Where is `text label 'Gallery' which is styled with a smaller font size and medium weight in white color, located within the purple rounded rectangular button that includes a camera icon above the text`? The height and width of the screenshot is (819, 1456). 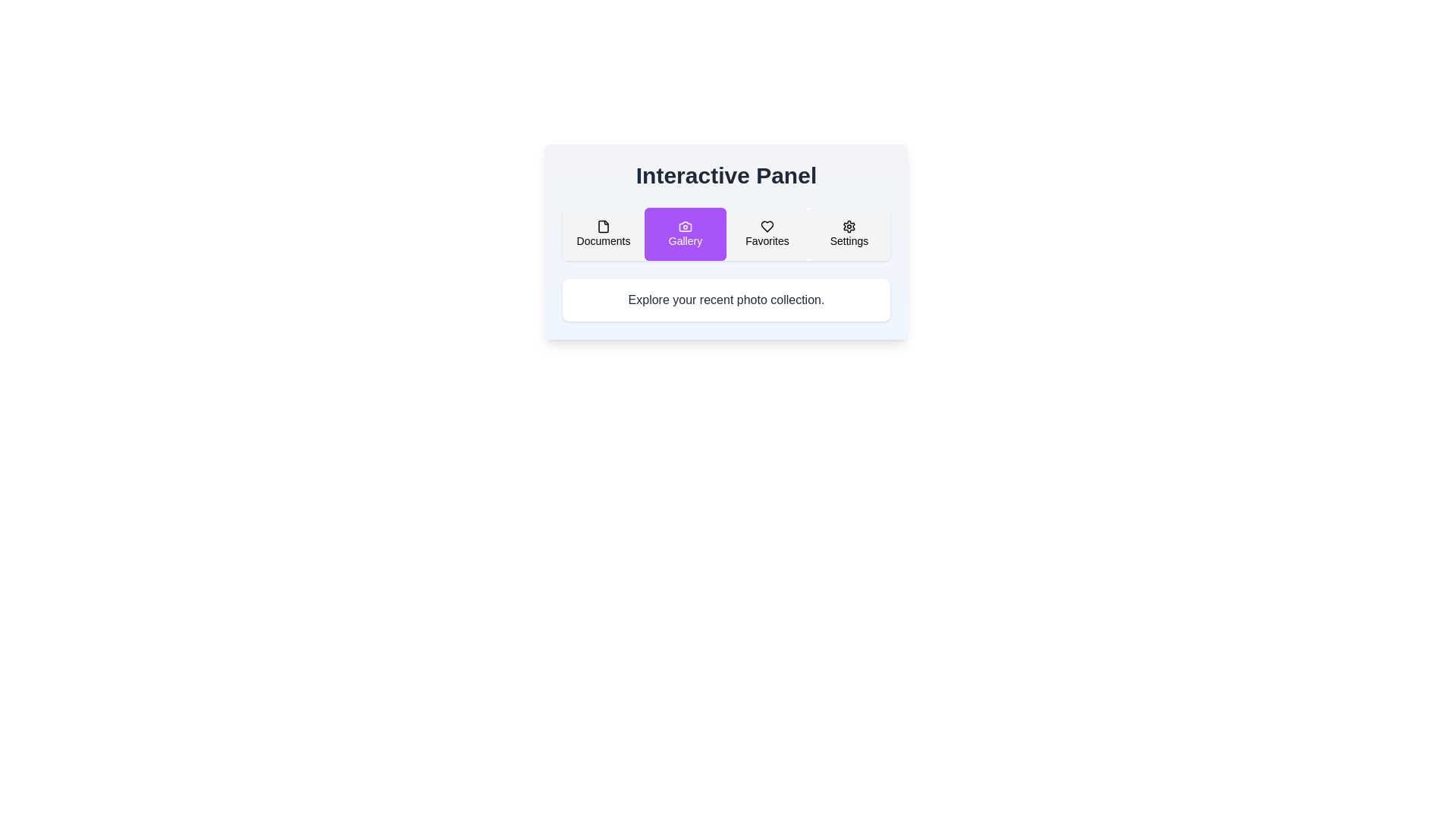
text label 'Gallery' which is styled with a smaller font size and medium weight in white color, located within the purple rounded rectangular button that includes a camera icon above the text is located at coordinates (684, 240).